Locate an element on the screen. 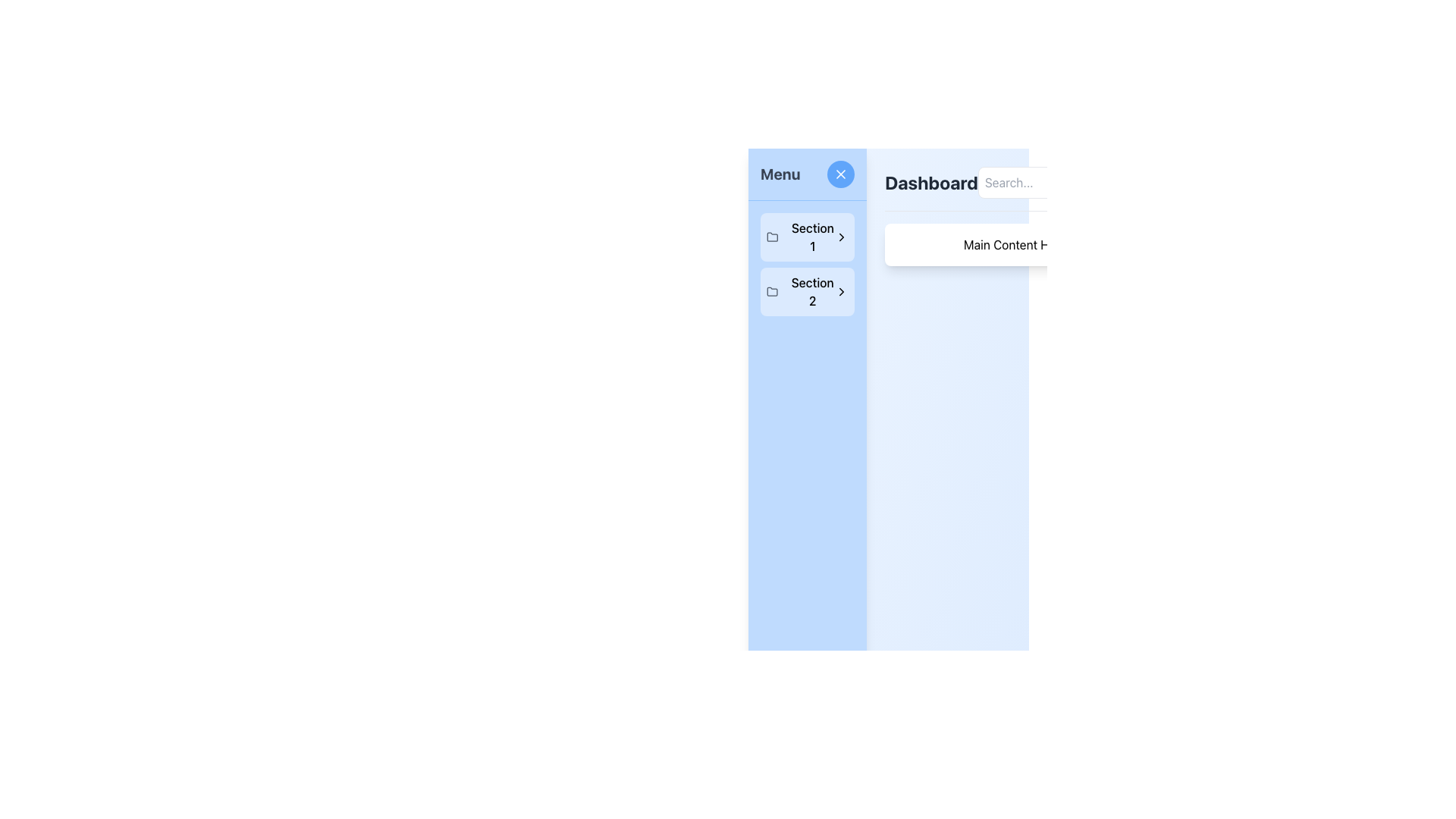  the button located to the right of the 'Menu' label, which serves is located at coordinates (840, 174).